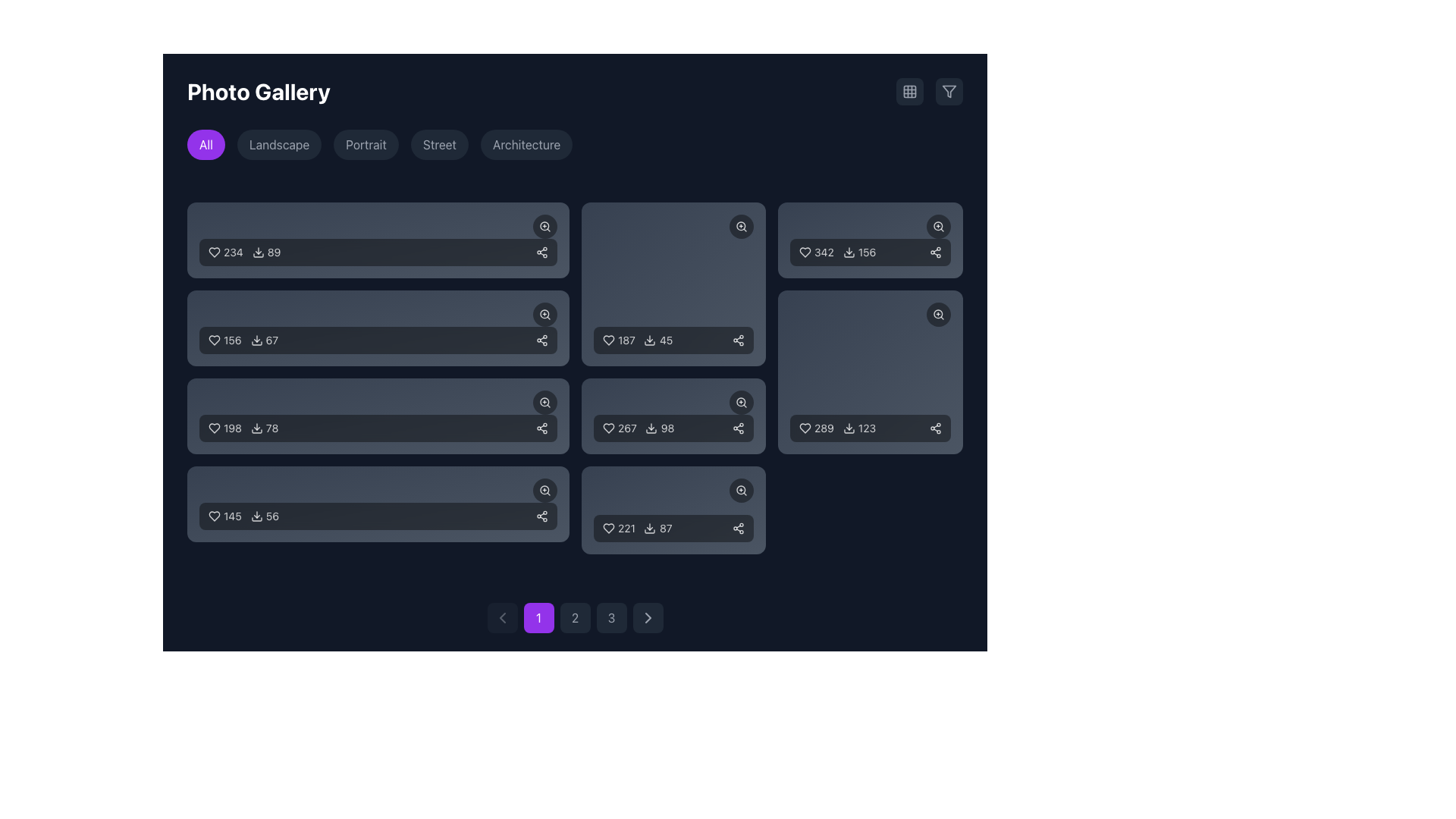  I want to click on the heart icon located to the left of the text label representing the count of likes in the second row of the main content area to like or unlike the content item, so click(224, 339).